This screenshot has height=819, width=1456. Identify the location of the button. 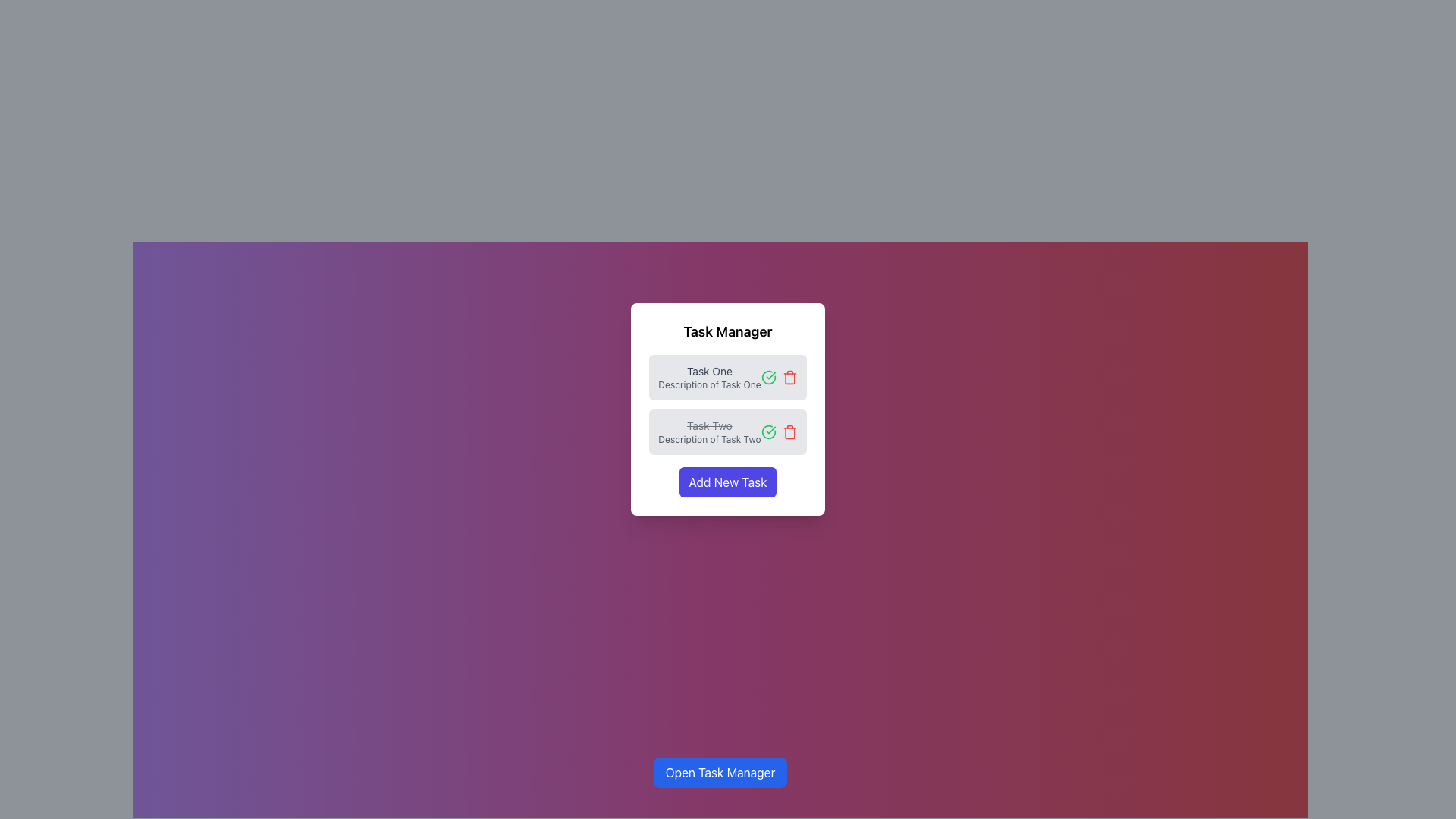
(728, 482).